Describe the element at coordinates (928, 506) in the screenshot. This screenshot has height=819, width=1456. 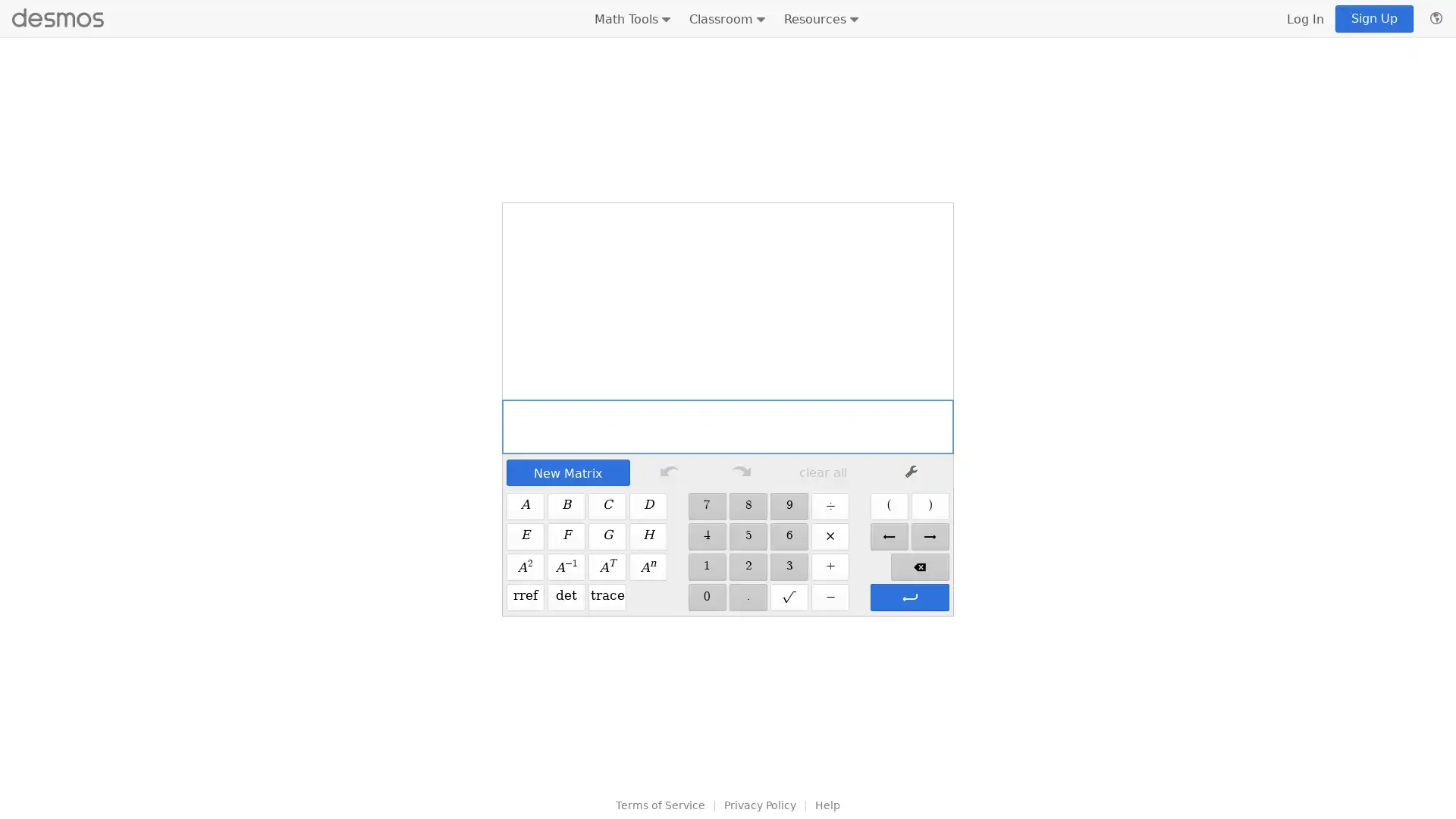
I see `Right Parenthesis` at that location.